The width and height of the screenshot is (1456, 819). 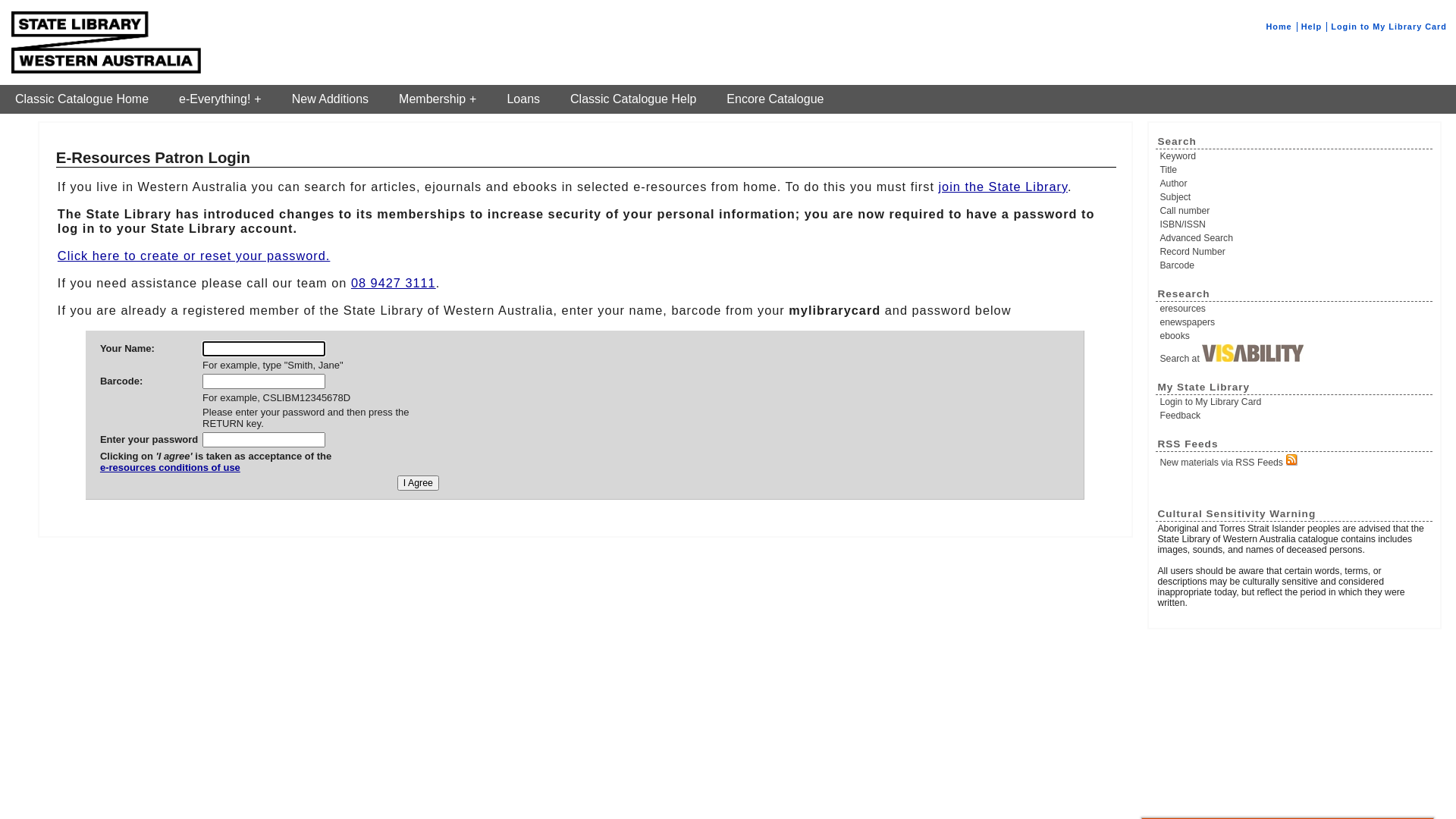 I want to click on 'Home', so click(x=1277, y=26).